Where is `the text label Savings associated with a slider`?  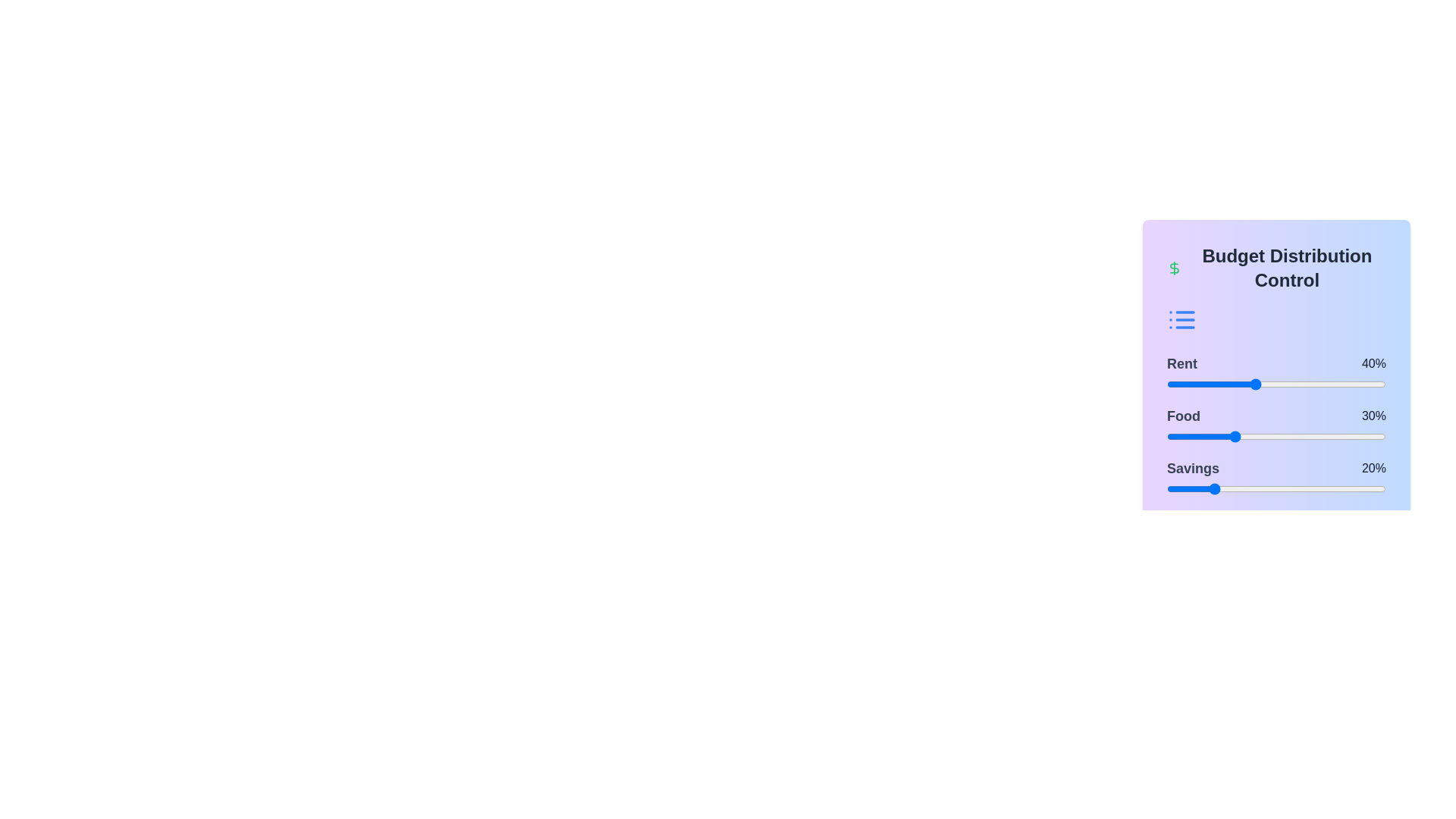
the text label Savings associated with a slider is located at coordinates (1192, 467).